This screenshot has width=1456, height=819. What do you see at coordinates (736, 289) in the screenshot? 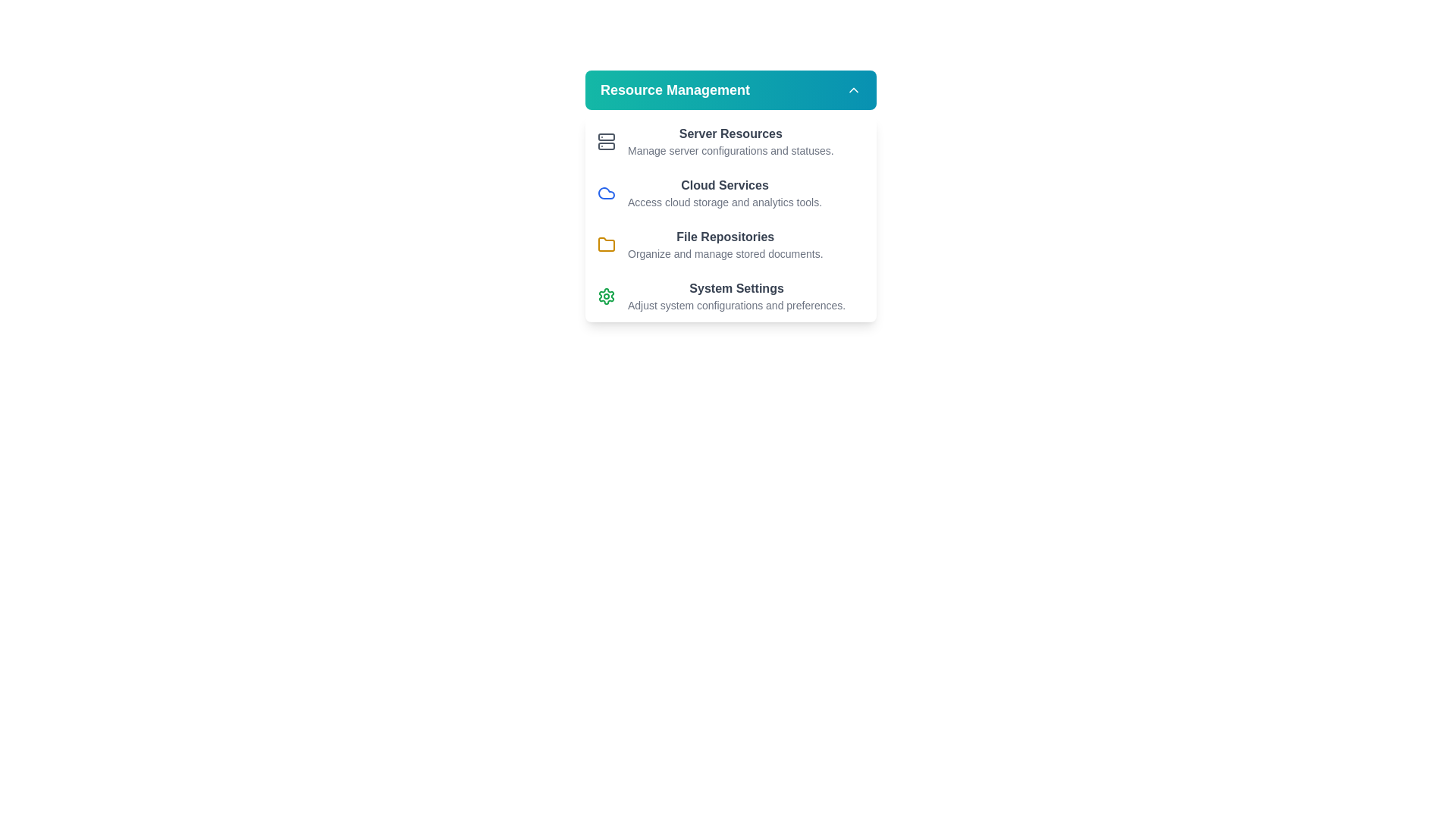
I see `the 'System Settings' label, which is the fourth item in the 'Resource Management' section` at bounding box center [736, 289].